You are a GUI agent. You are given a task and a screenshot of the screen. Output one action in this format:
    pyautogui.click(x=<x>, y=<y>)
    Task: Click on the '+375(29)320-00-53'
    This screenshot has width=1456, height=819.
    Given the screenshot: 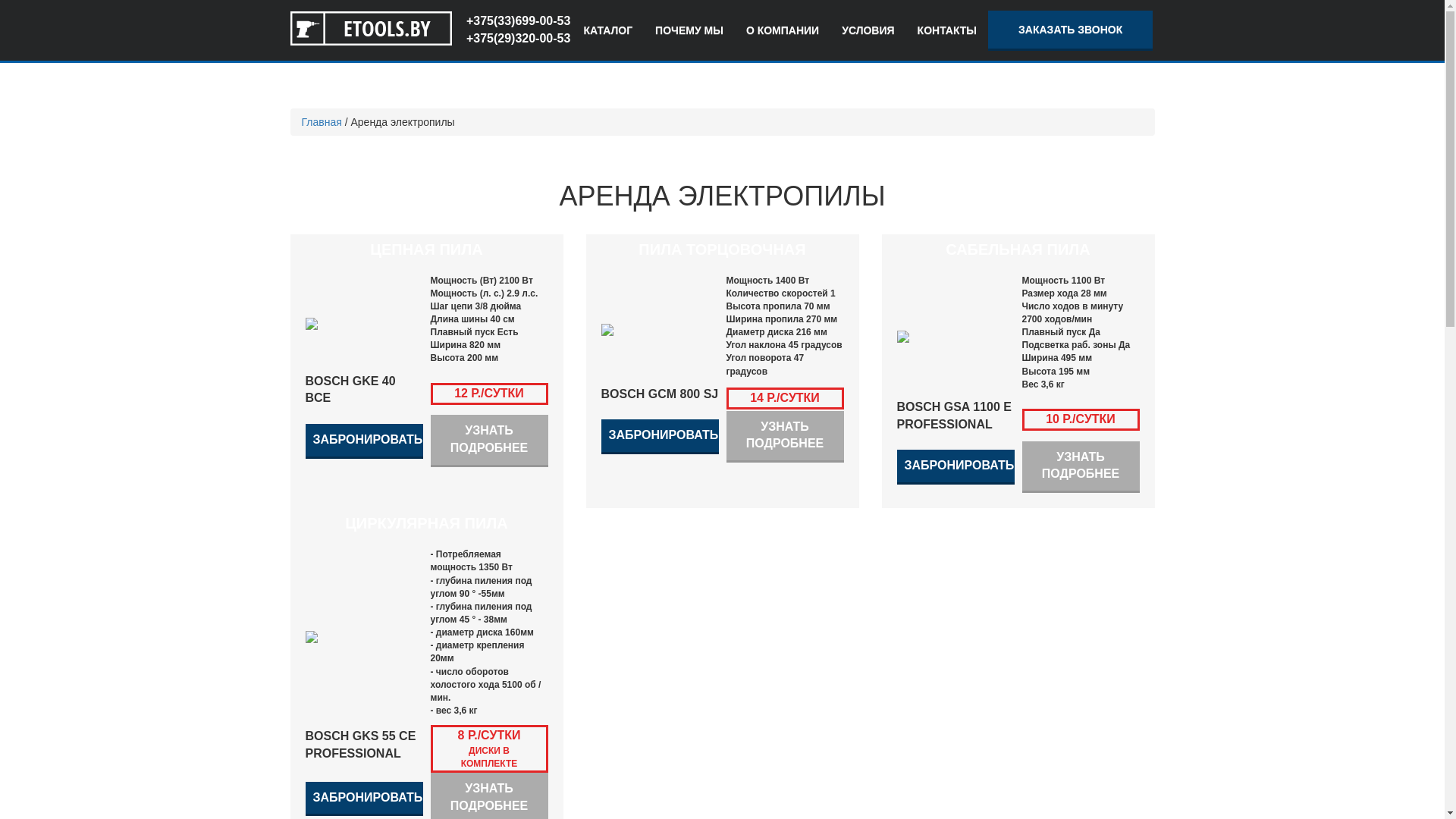 What is the action you would take?
    pyautogui.click(x=518, y=38)
    